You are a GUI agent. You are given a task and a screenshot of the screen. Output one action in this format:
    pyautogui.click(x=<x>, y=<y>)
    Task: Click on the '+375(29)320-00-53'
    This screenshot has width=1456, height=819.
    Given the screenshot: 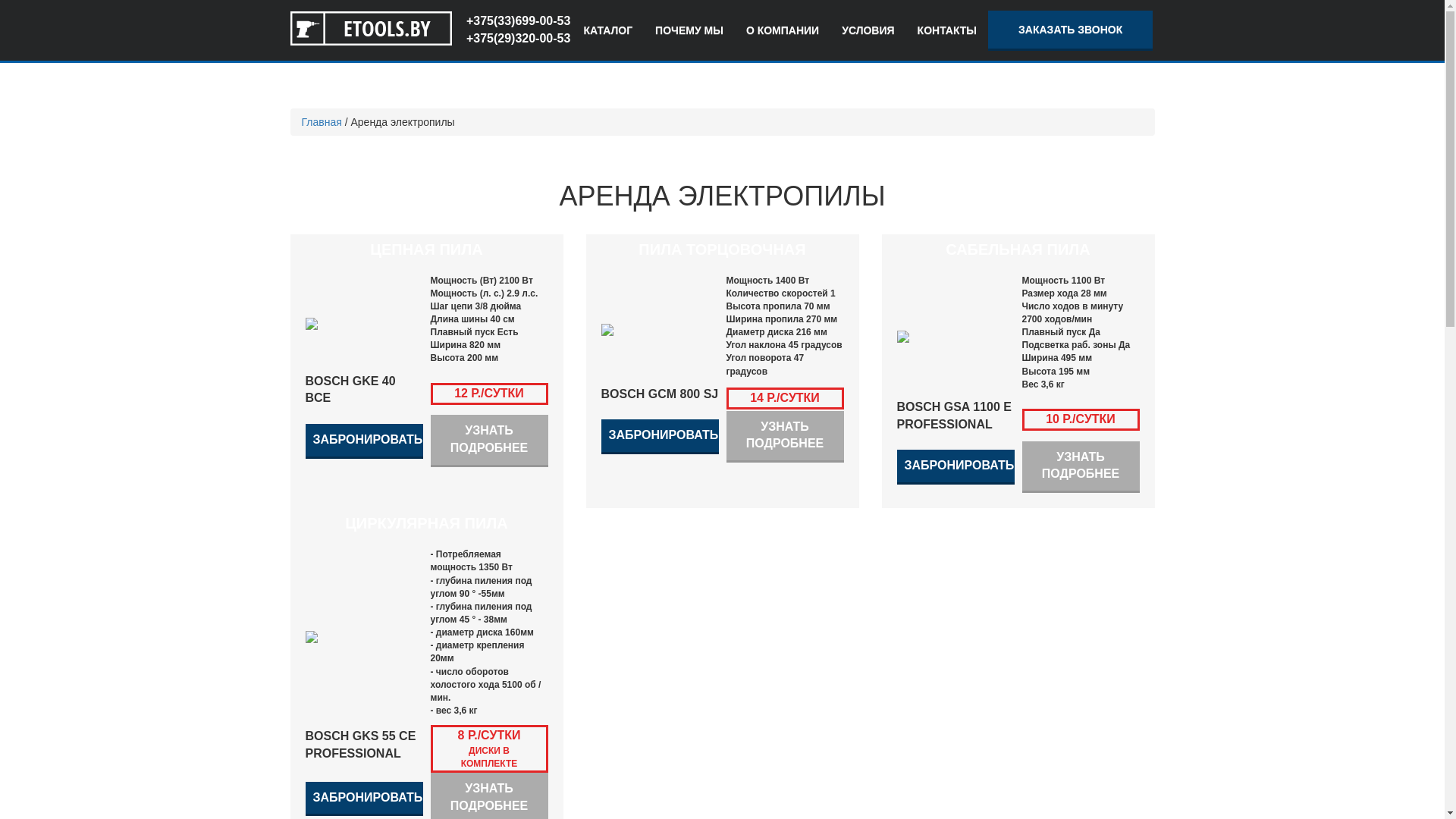 What is the action you would take?
    pyautogui.click(x=518, y=38)
    